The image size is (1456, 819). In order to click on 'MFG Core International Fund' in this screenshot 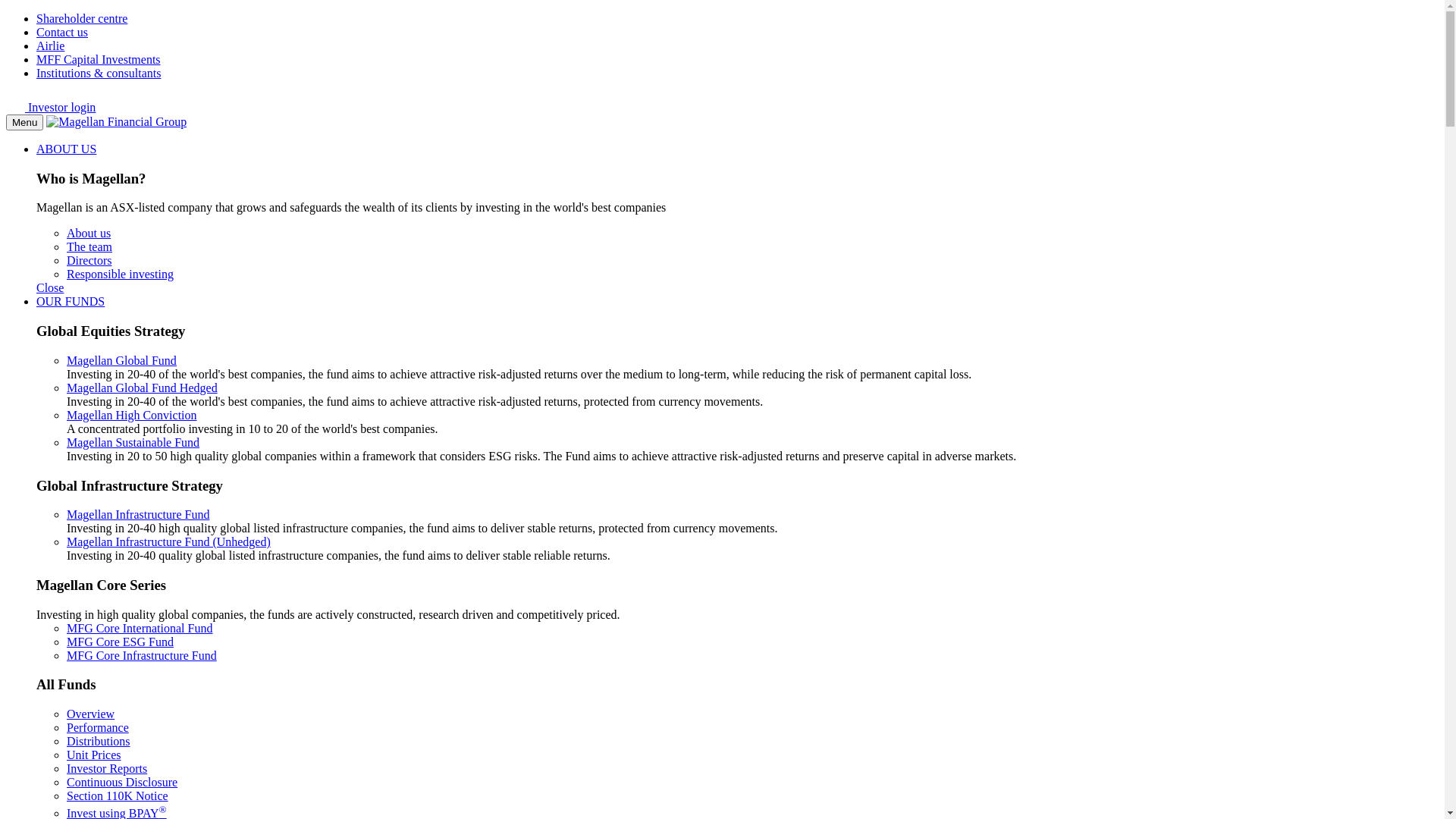, I will do `click(139, 628)`.